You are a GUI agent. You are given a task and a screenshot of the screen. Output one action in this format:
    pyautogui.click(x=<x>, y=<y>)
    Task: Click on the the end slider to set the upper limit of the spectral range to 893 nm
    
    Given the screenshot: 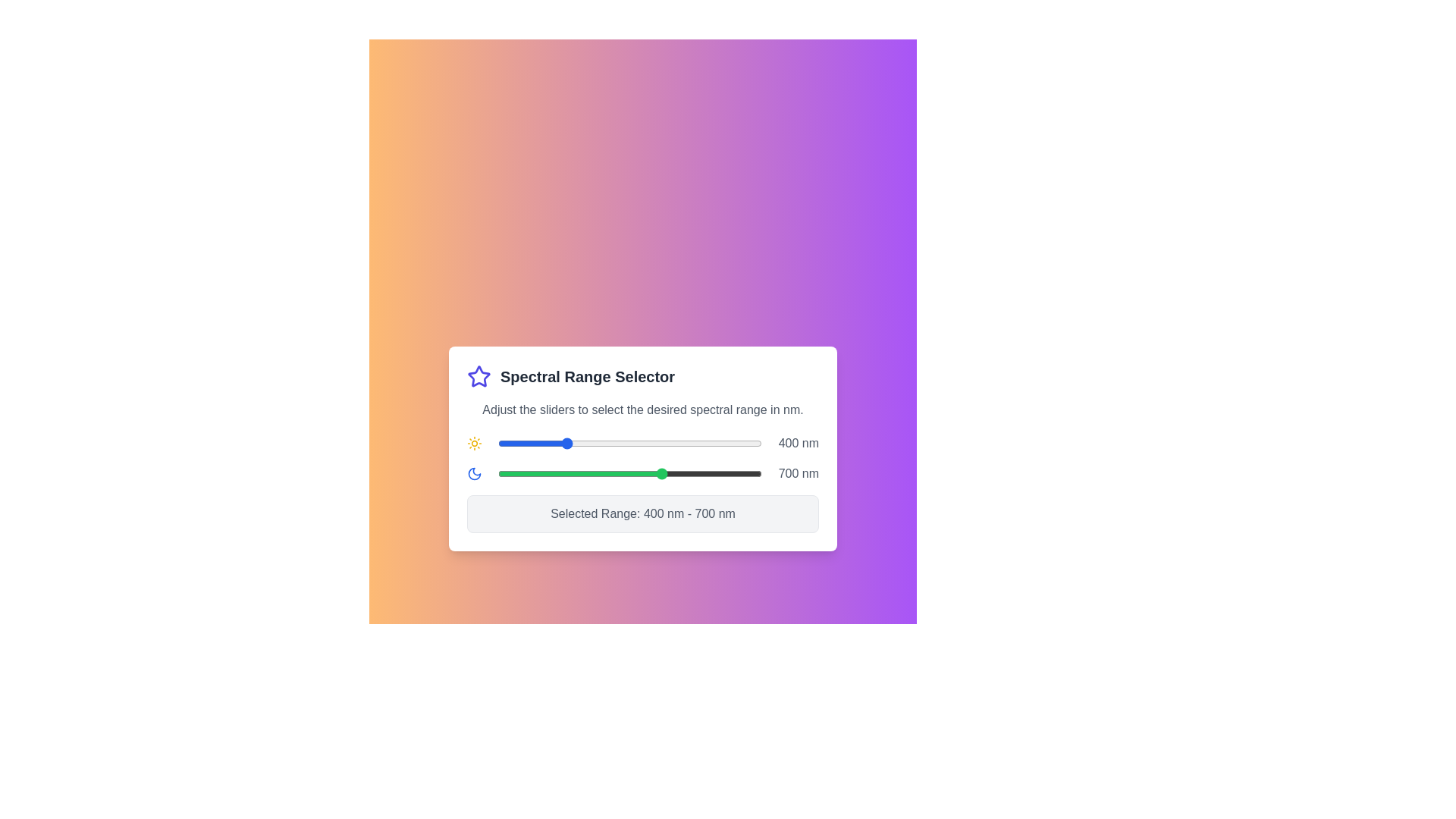 What is the action you would take?
    pyautogui.click(x=726, y=472)
    